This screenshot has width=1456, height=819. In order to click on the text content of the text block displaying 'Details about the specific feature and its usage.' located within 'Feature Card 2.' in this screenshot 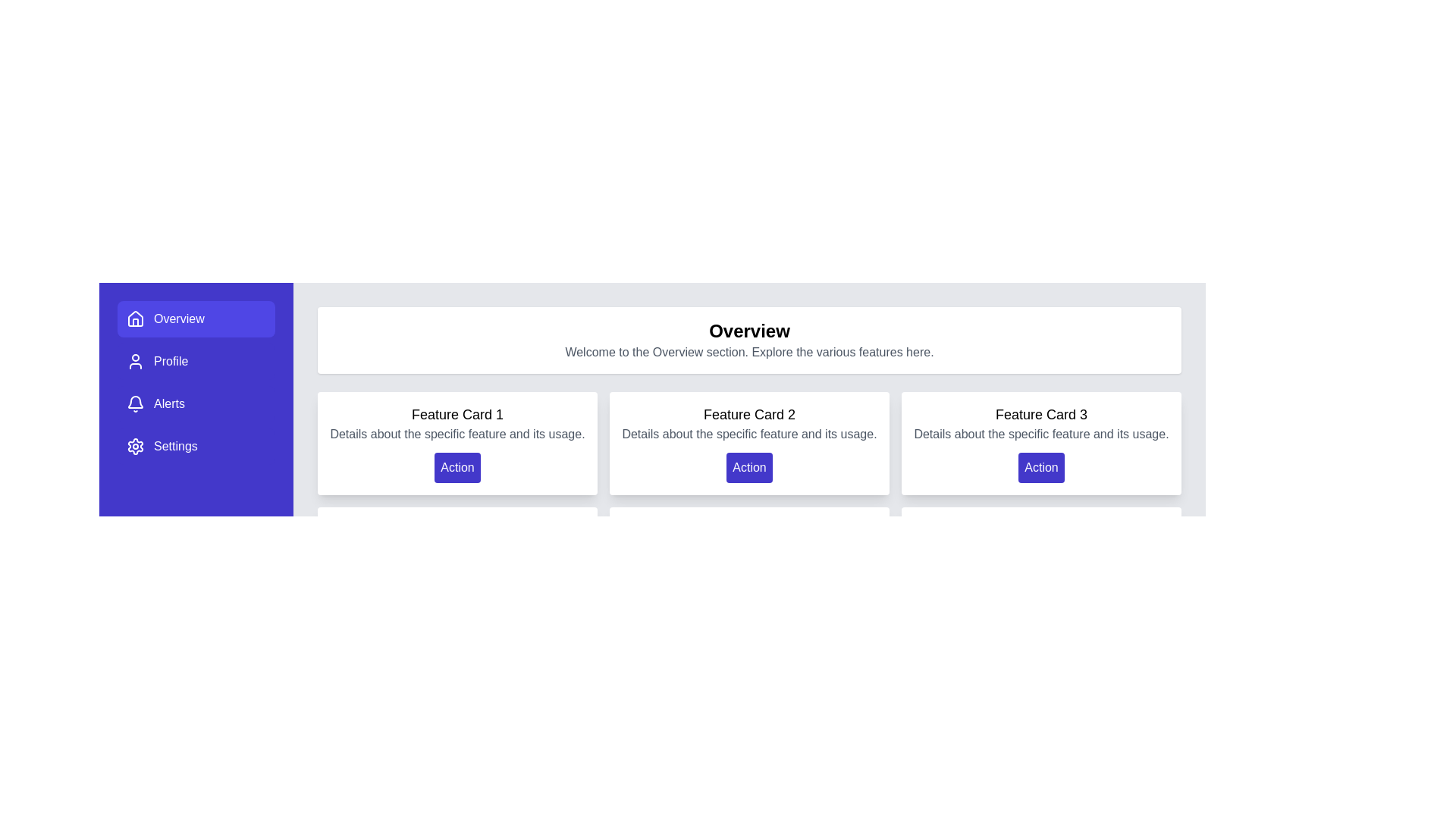, I will do `click(749, 435)`.